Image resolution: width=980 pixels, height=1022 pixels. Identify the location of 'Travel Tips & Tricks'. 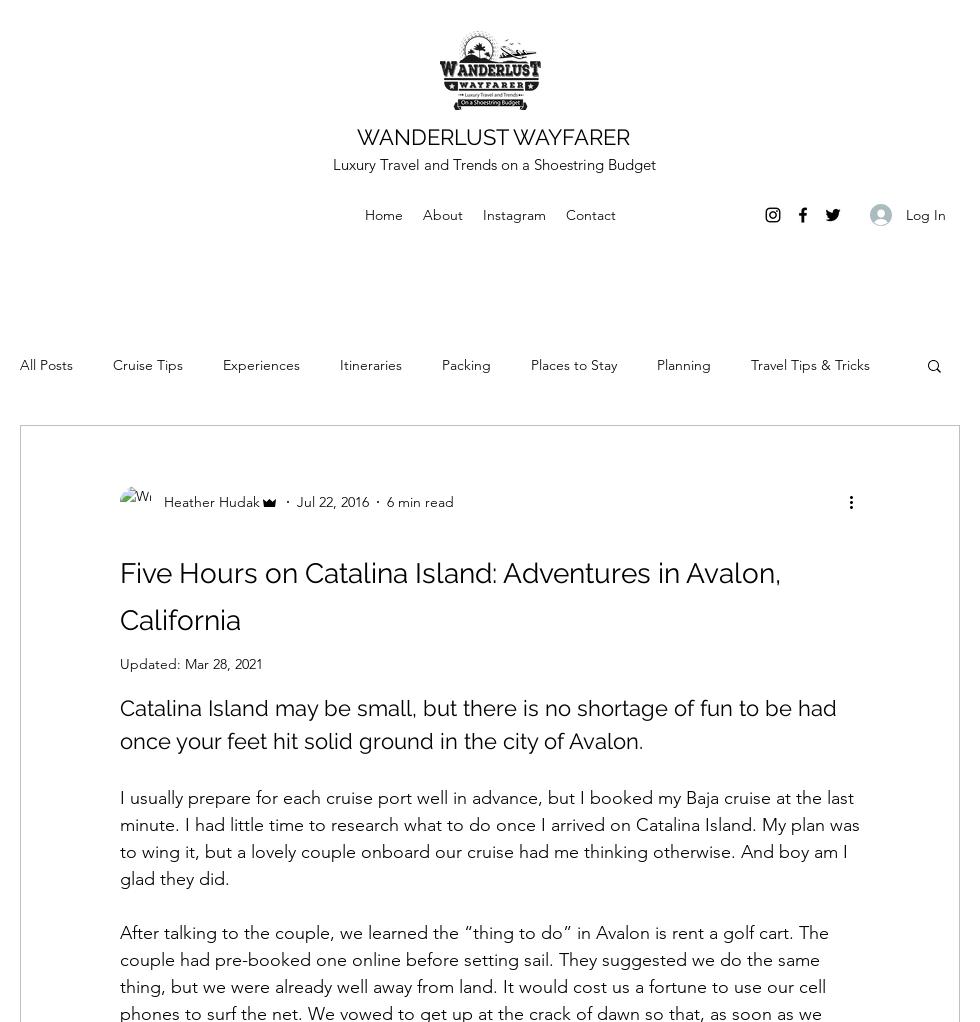
(810, 364).